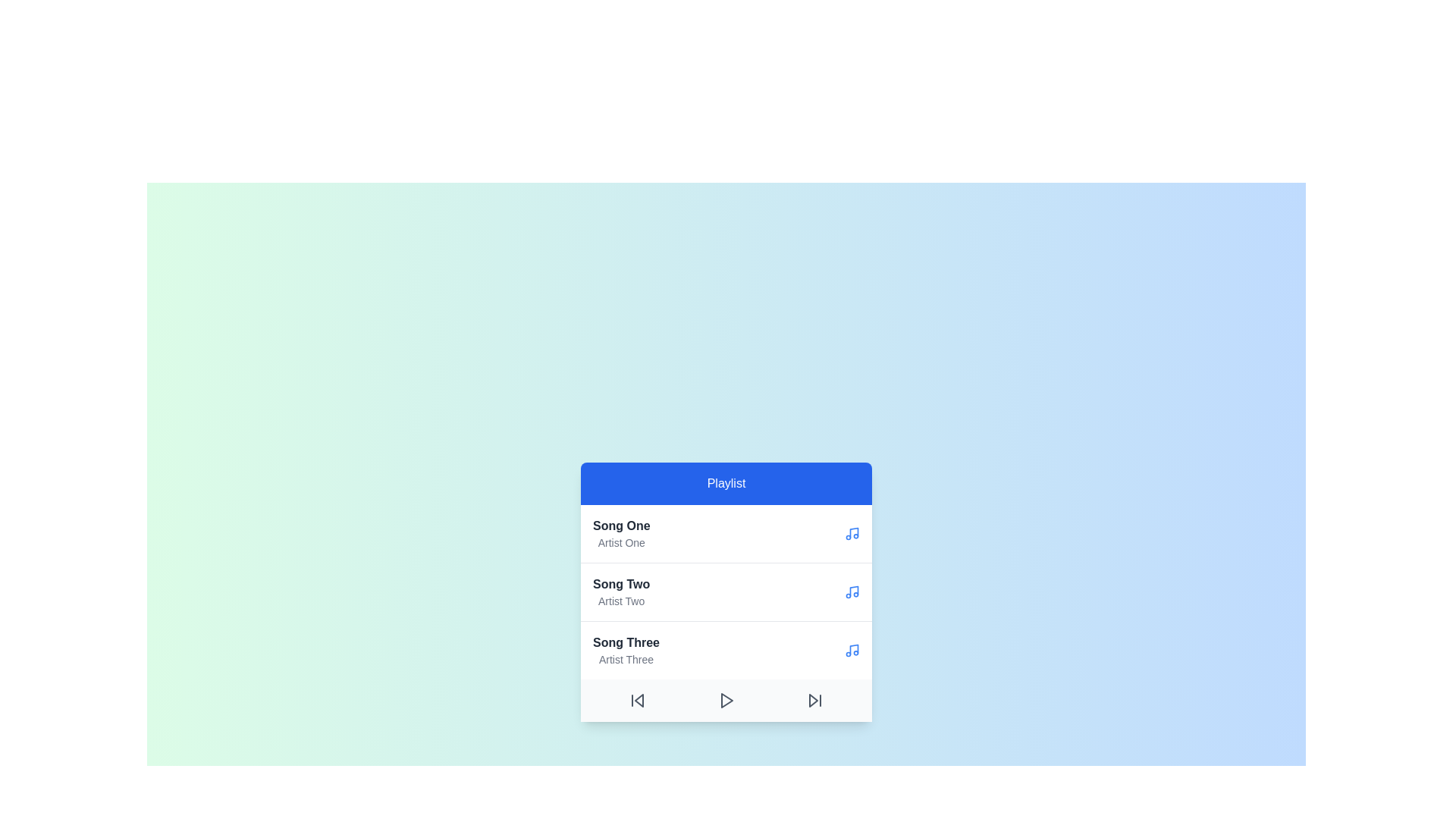 The width and height of the screenshot is (1456, 819). What do you see at coordinates (814, 701) in the screenshot?
I see `the 'Skip Forward' button to skip to the next song` at bounding box center [814, 701].